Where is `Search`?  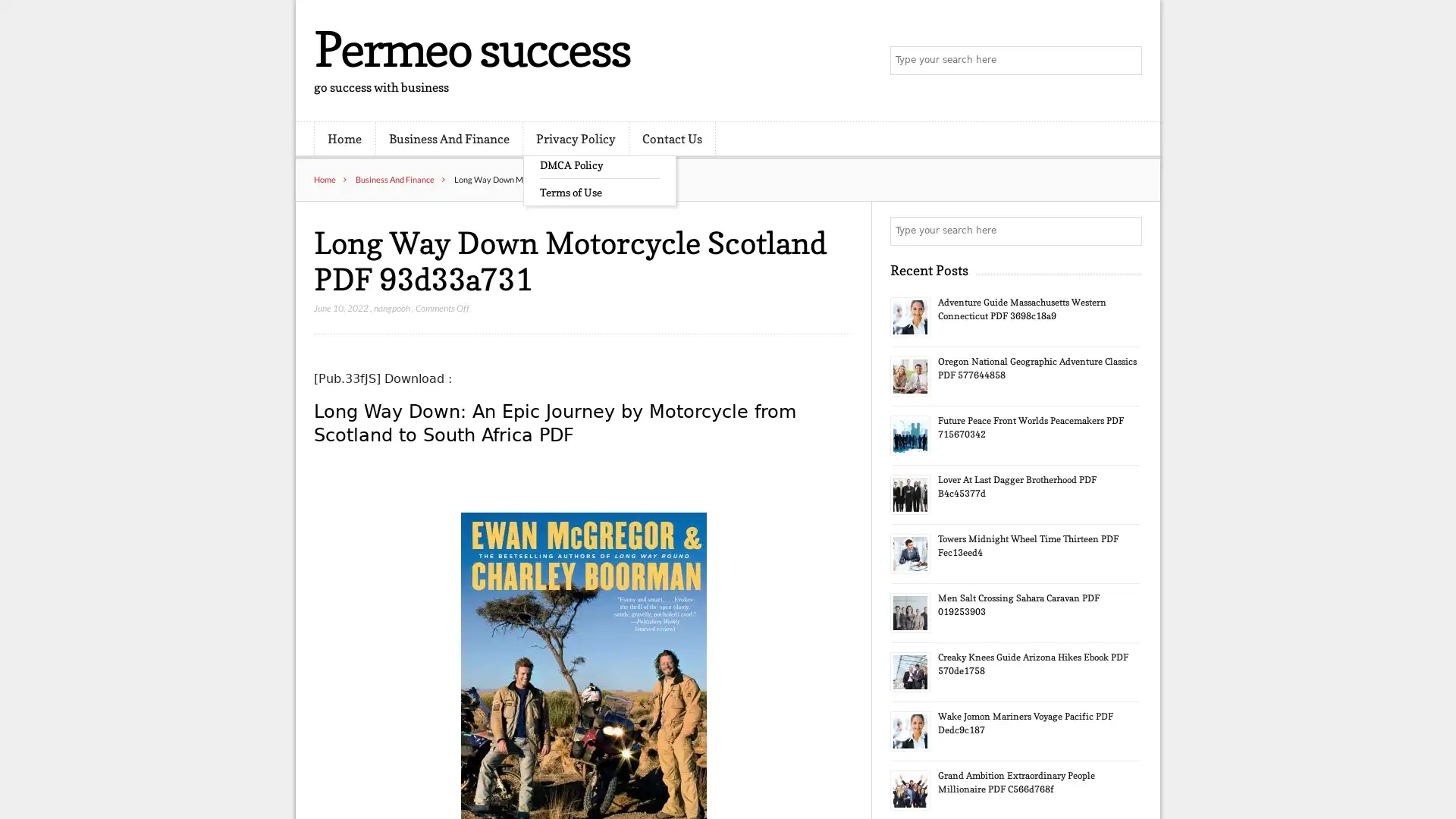 Search is located at coordinates (1126, 61).